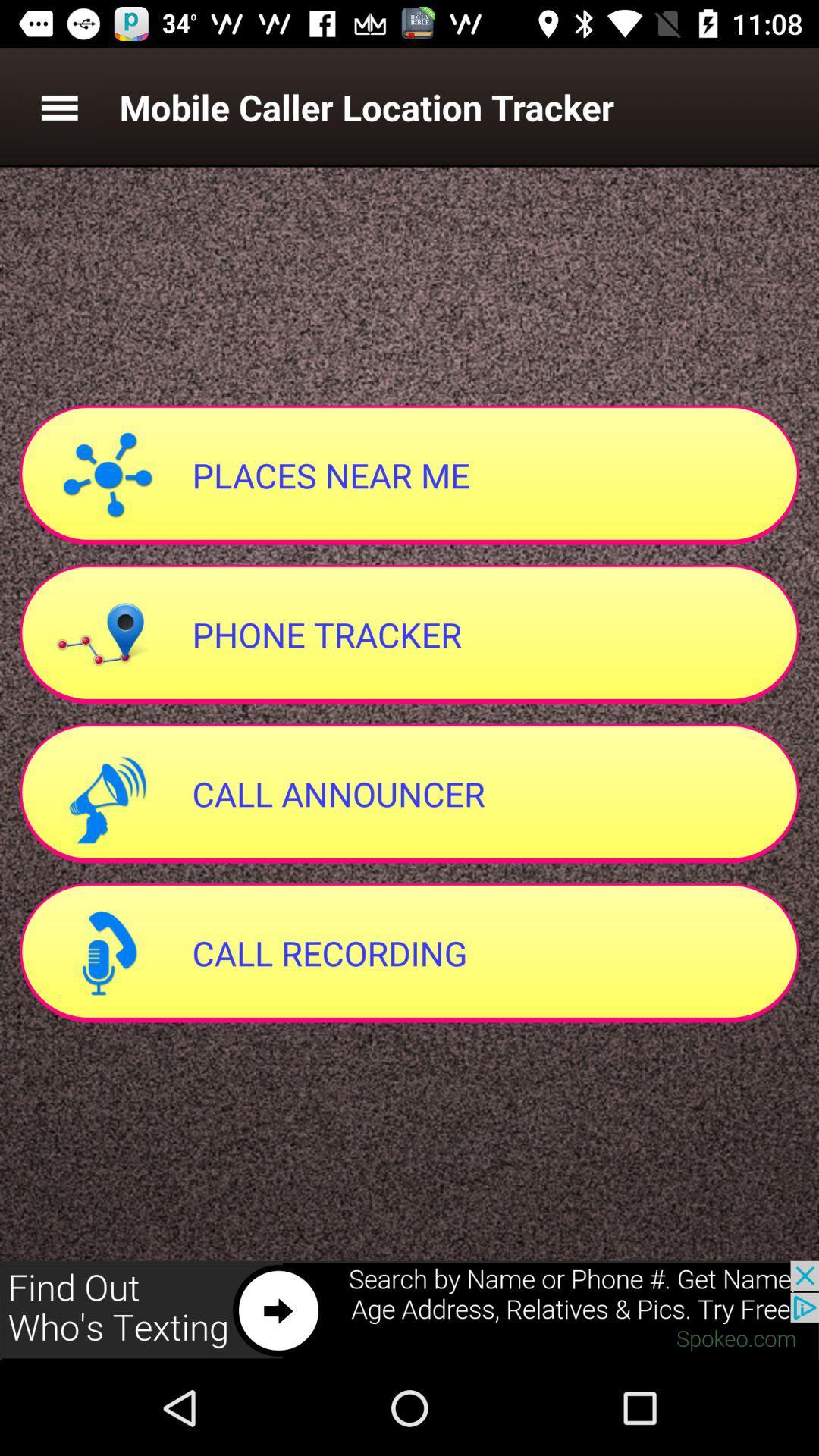 The height and width of the screenshot is (1456, 819). I want to click on the menu icon, so click(58, 106).